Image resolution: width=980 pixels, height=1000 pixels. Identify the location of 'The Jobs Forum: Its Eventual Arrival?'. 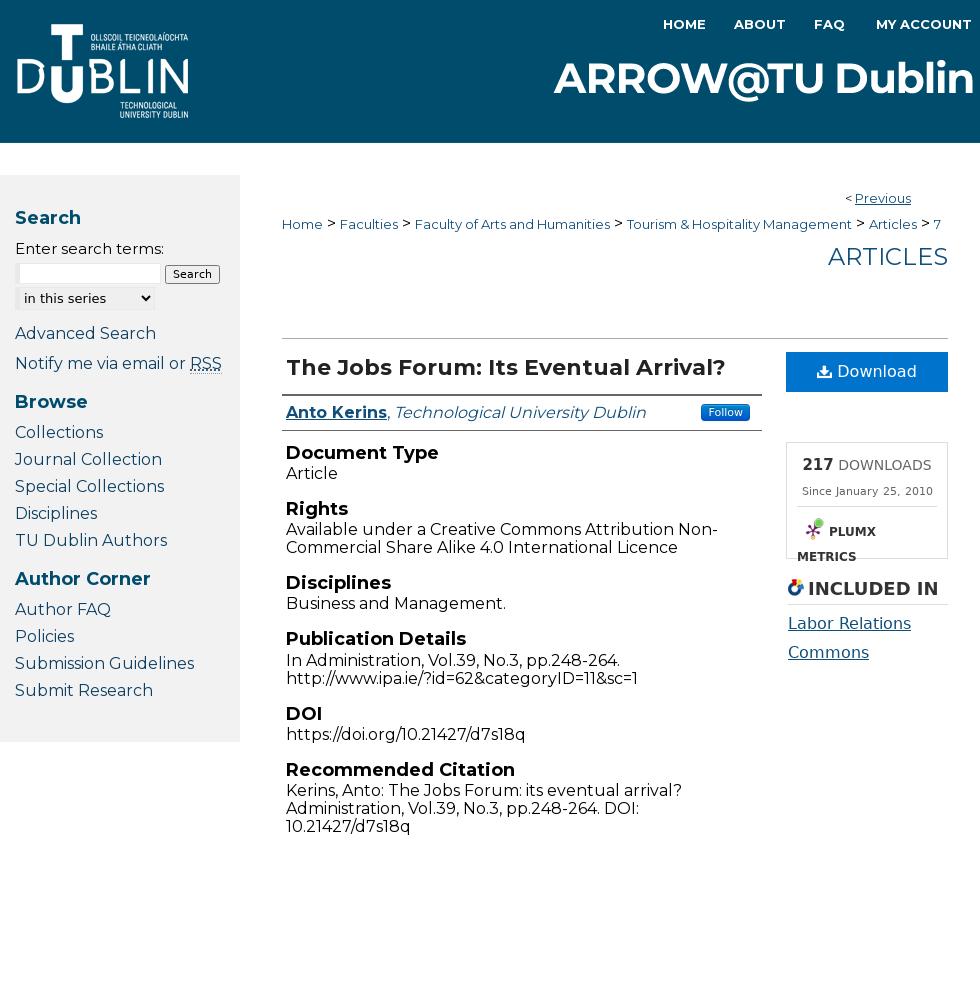
(504, 365).